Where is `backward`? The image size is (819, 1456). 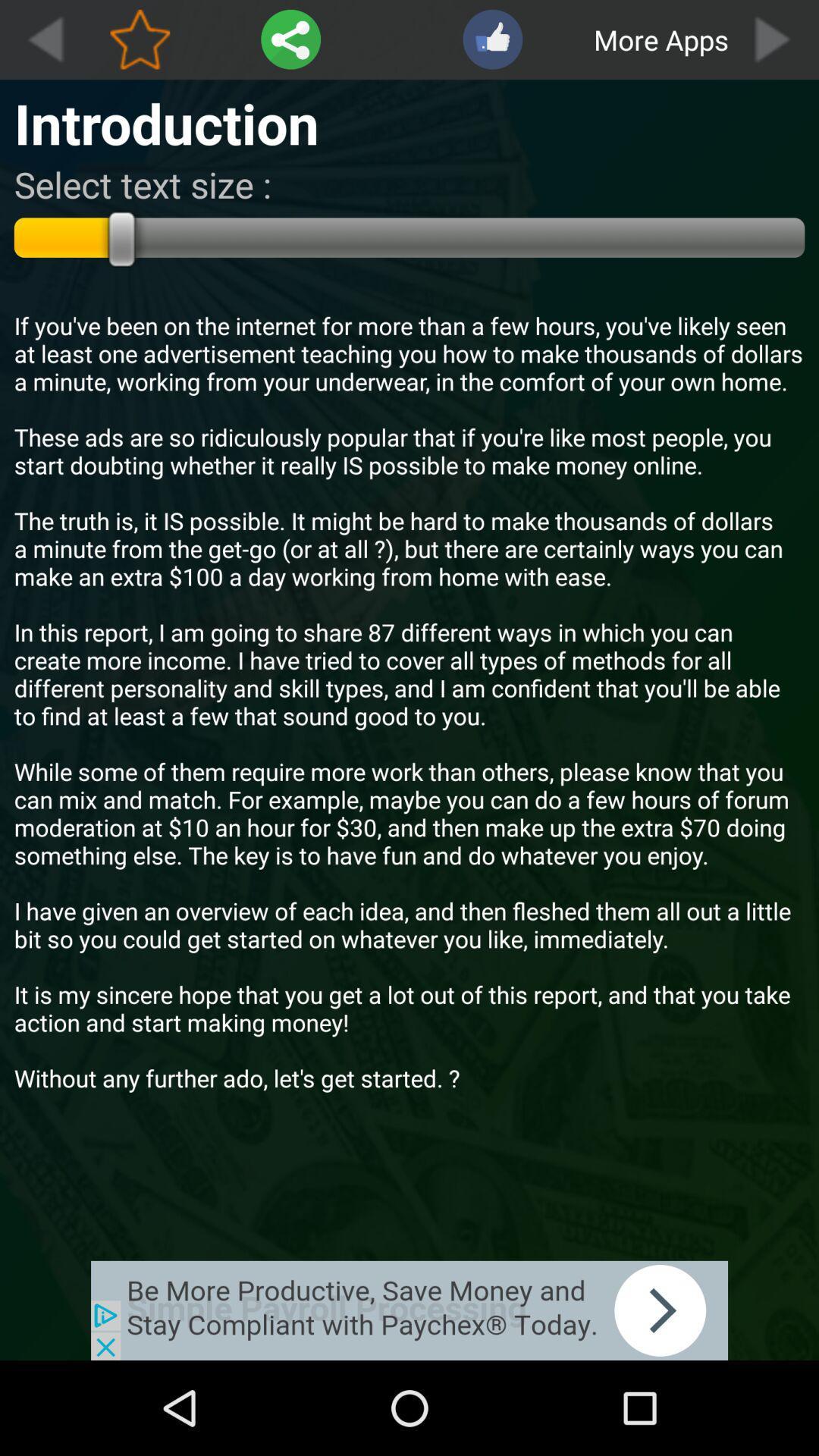 backward is located at coordinates (44, 39).